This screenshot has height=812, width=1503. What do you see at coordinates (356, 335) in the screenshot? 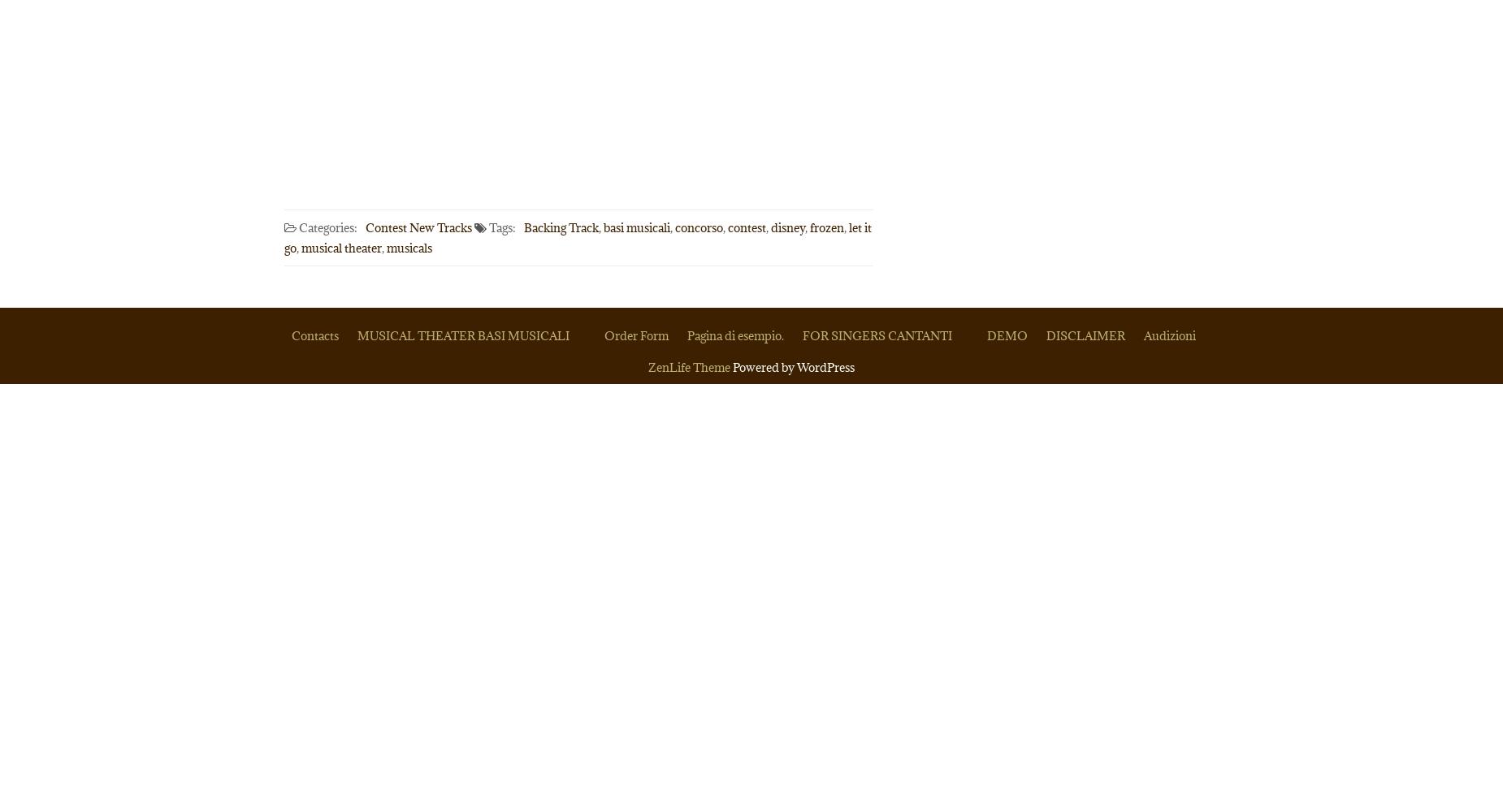
I see `'MUSICAL THEATER'` at bounding box center [356, 335].